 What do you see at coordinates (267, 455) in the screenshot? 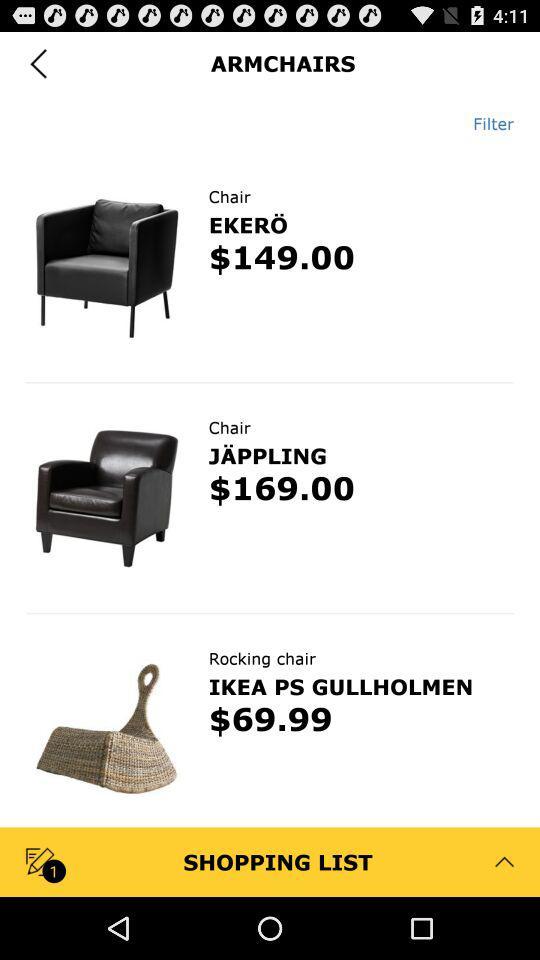
I see `icon above the $169.00 app` at bounding box center [267, 455].